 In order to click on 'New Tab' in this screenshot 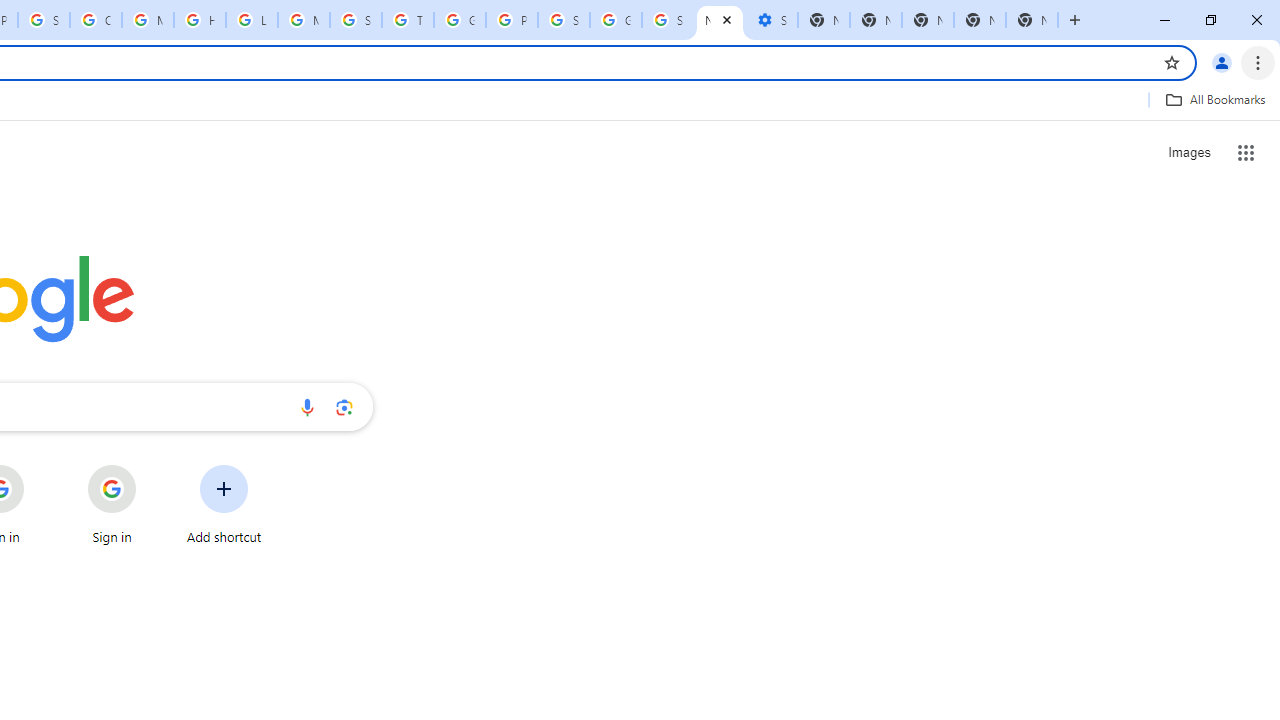, I will do `click(1032, 20)`.